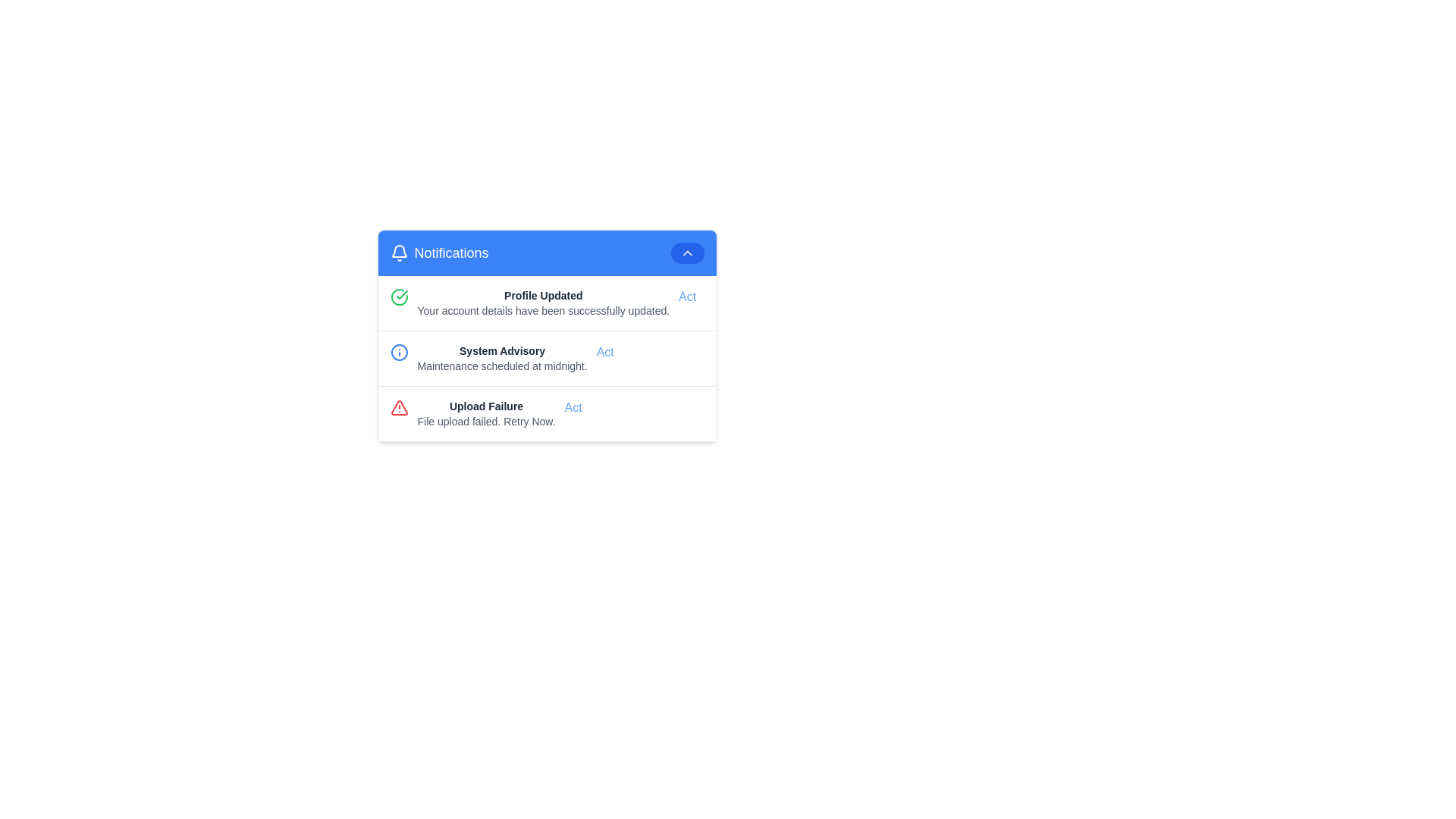  What do you see at coordinates (399, 253) in the screenshot?
I see `the bell-shaped notification icon located in the header section of the notifications panel, which is positioned to the left of the text 'Notifications'` at bounding box center [399, 253].